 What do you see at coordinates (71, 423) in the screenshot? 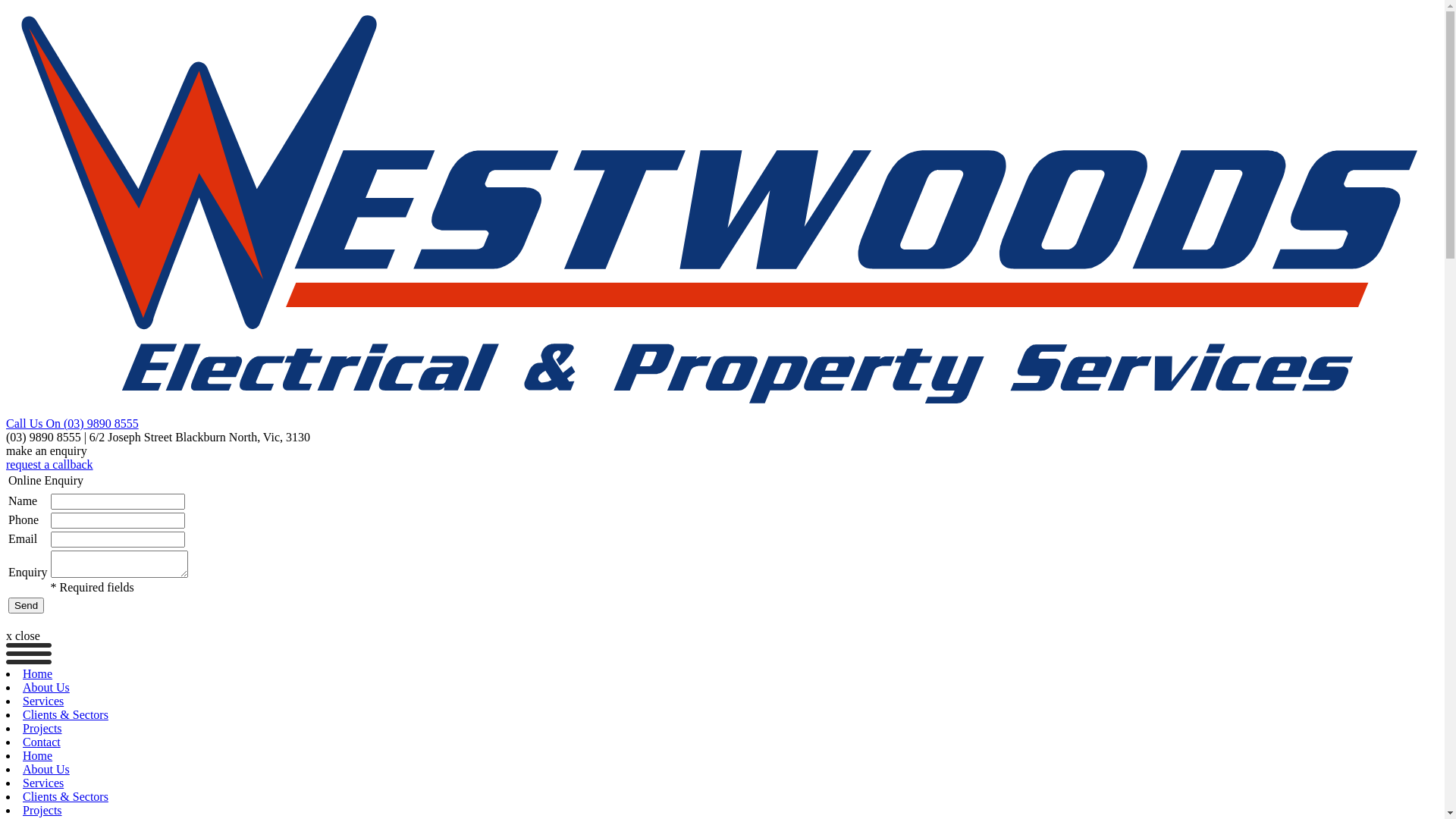
I see `'Call Us On (03) 9890 8555'` at bounding box center [71, 423].